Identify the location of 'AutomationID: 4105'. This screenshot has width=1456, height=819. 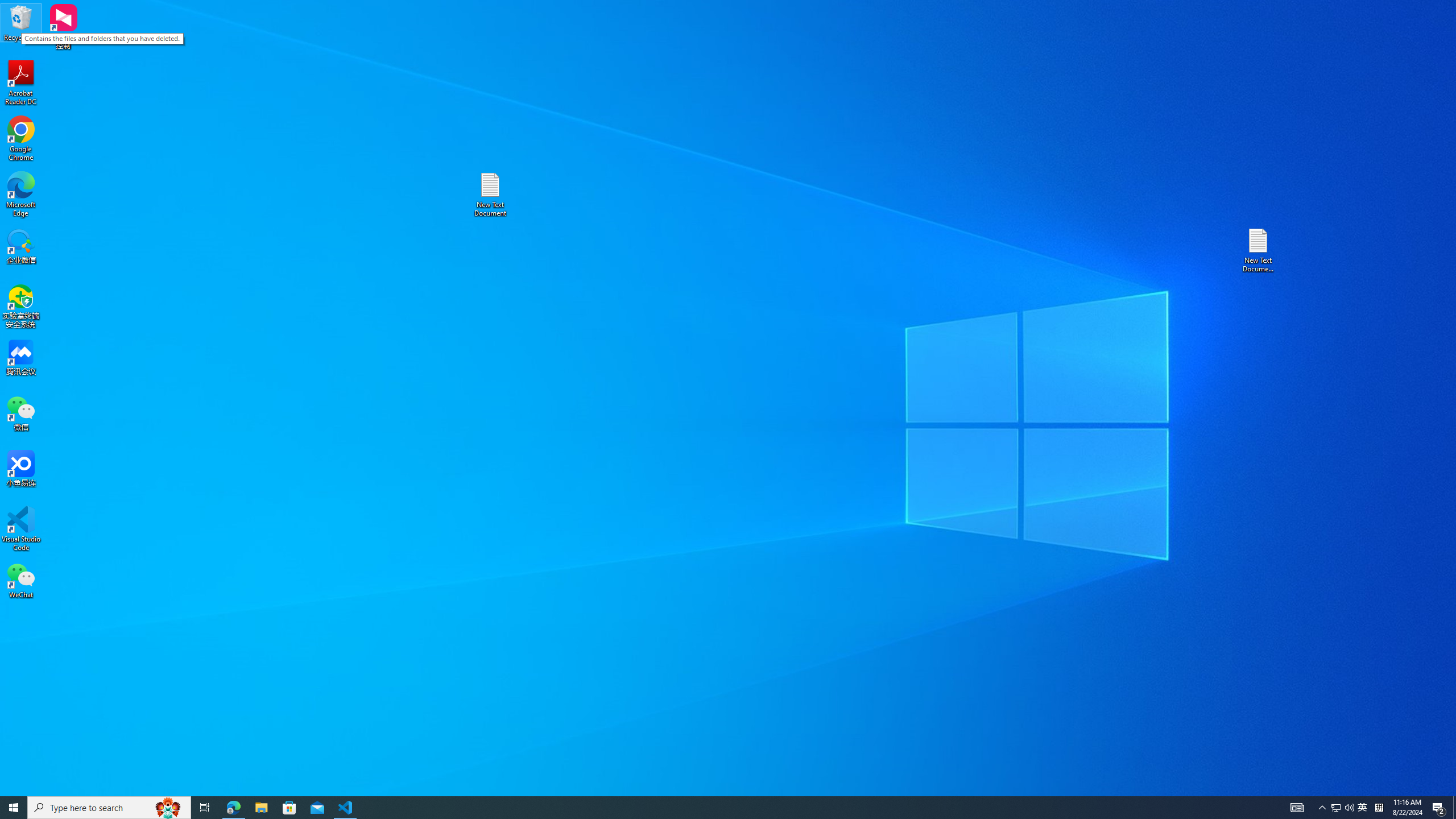
(1296, 806).